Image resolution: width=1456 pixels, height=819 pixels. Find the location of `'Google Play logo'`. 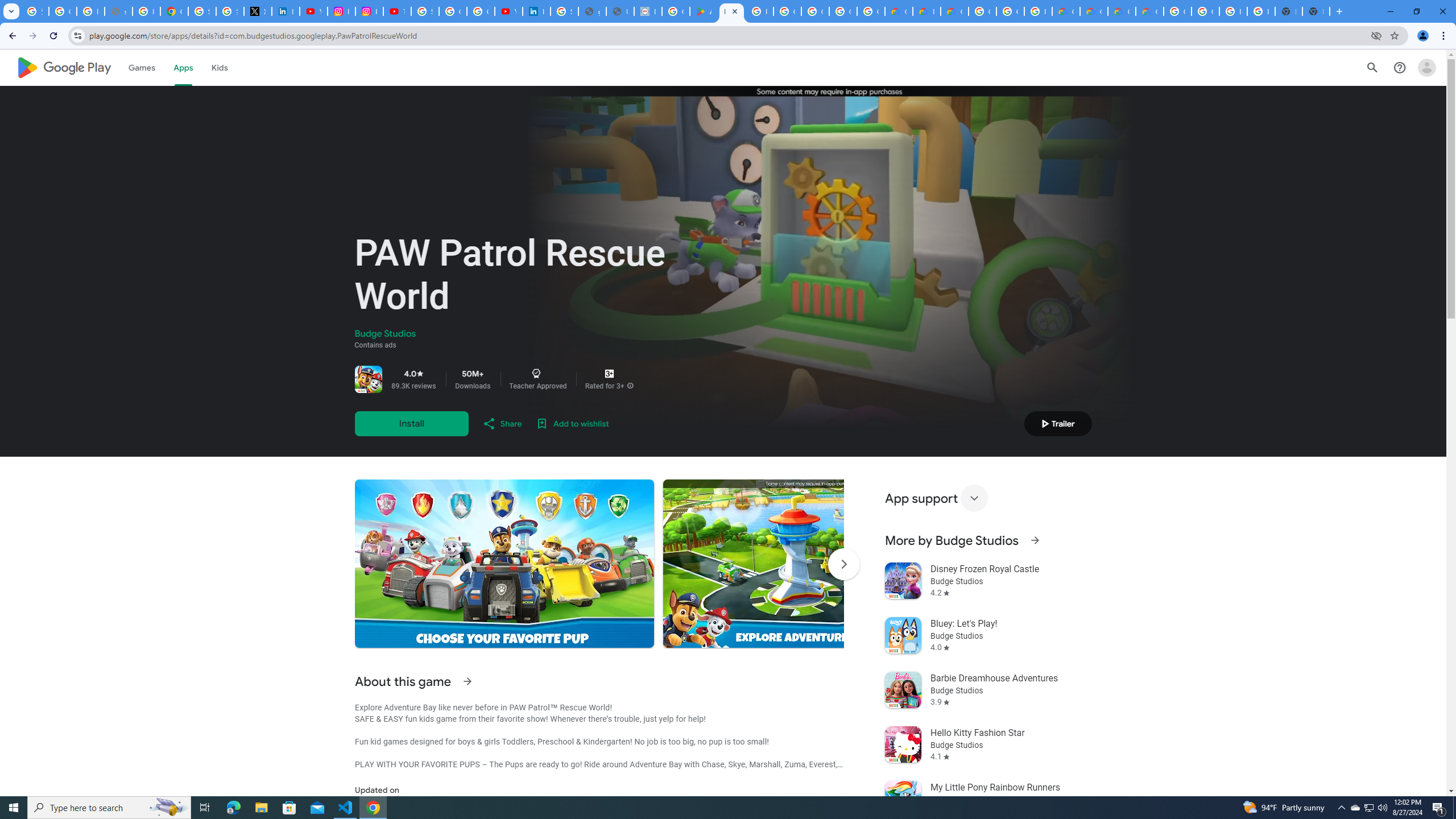

'Google Play logo' is located at coordinates (63, 67).